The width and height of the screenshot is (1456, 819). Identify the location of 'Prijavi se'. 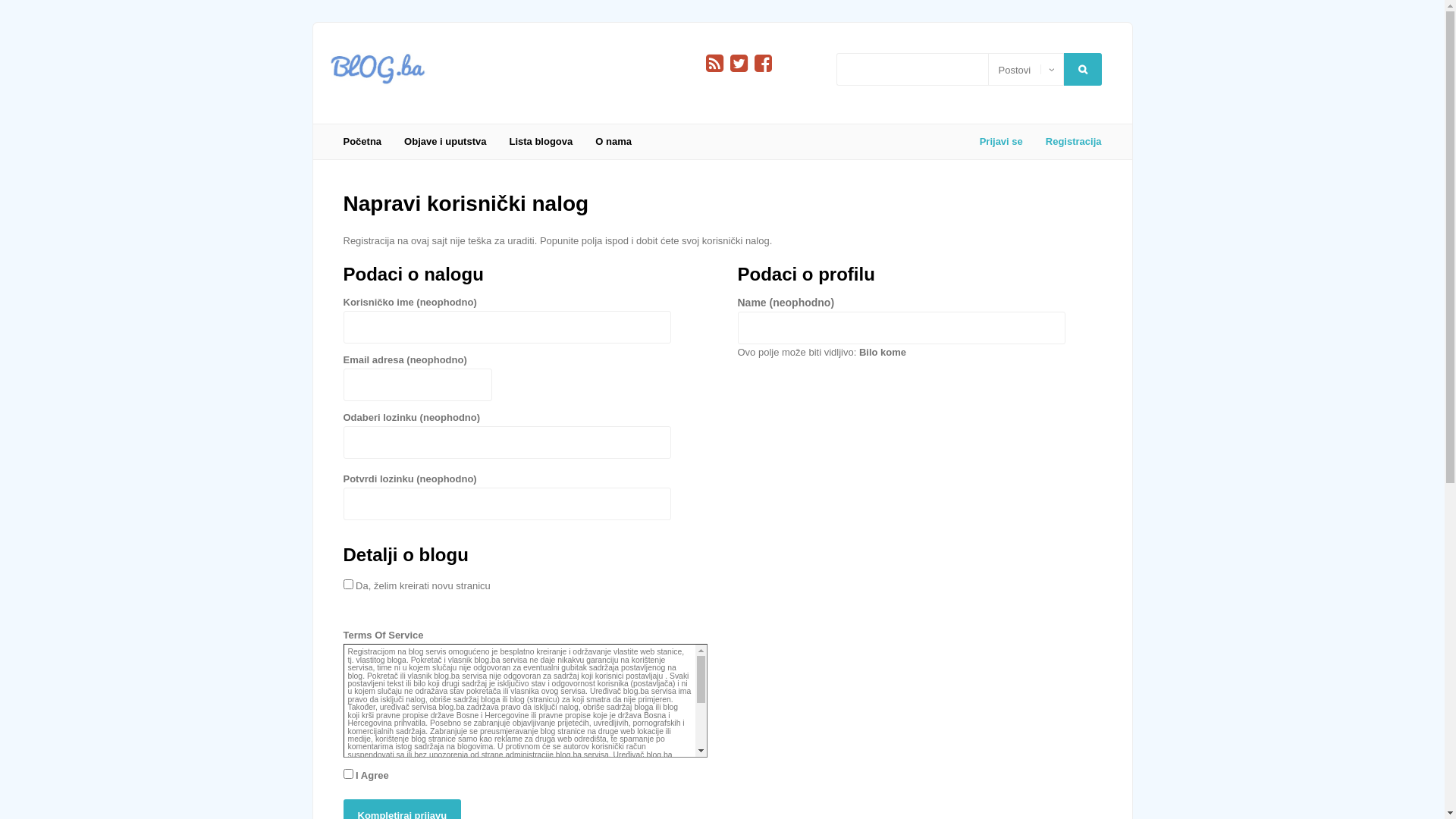
(63, 232).